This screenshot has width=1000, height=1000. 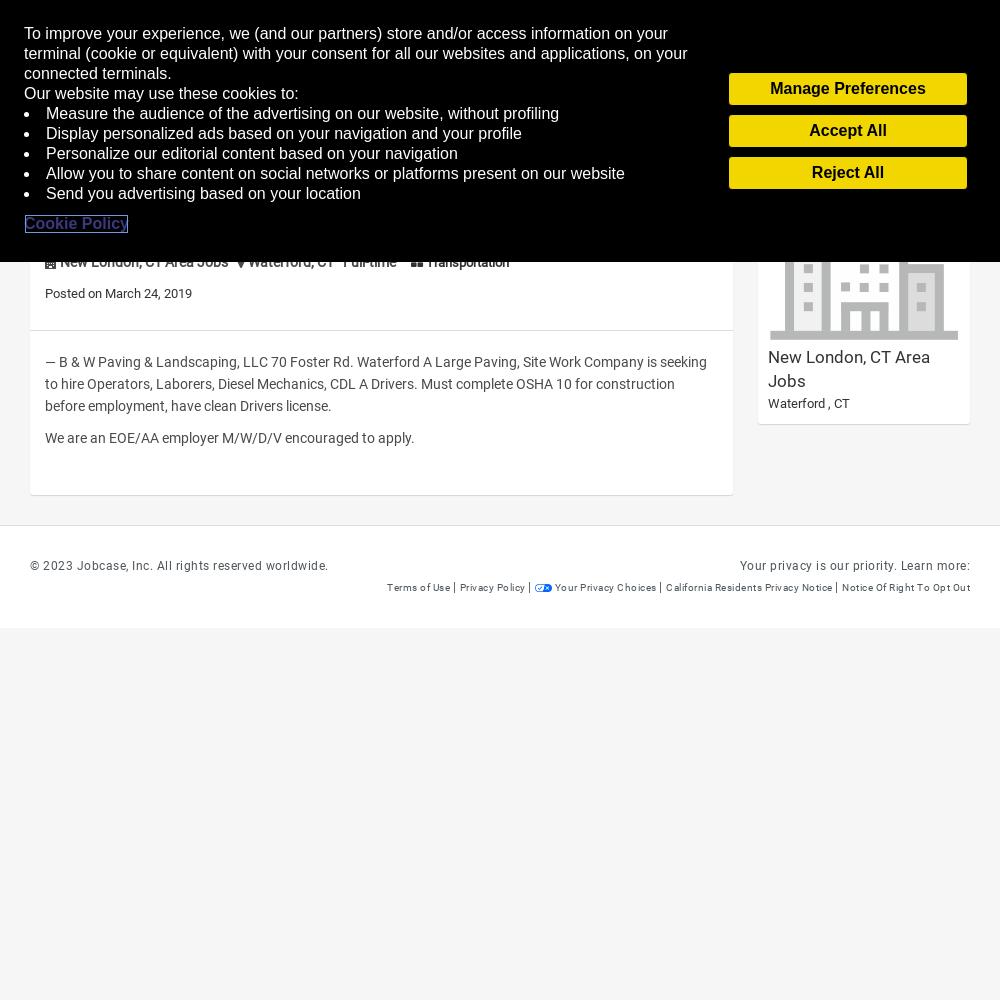 I want to click on 'Notice of Right to Opt Out', so click(x=906, y=586).